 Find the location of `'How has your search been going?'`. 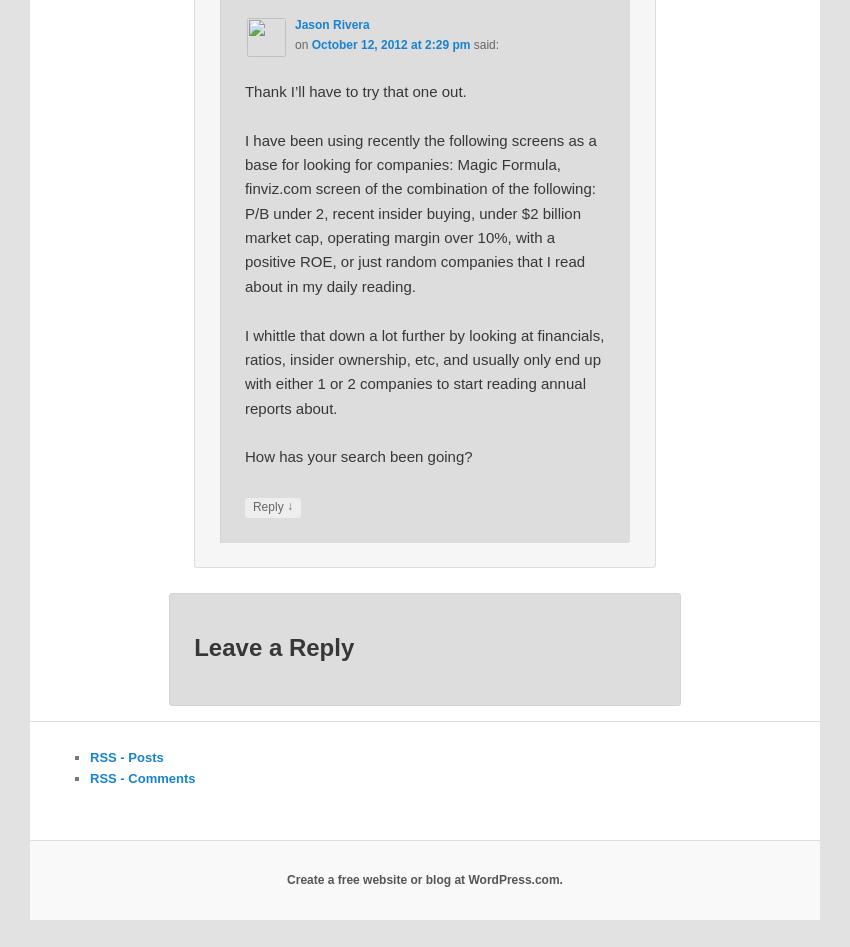

'How has your search been going?' is located at coordinates (357, 456).